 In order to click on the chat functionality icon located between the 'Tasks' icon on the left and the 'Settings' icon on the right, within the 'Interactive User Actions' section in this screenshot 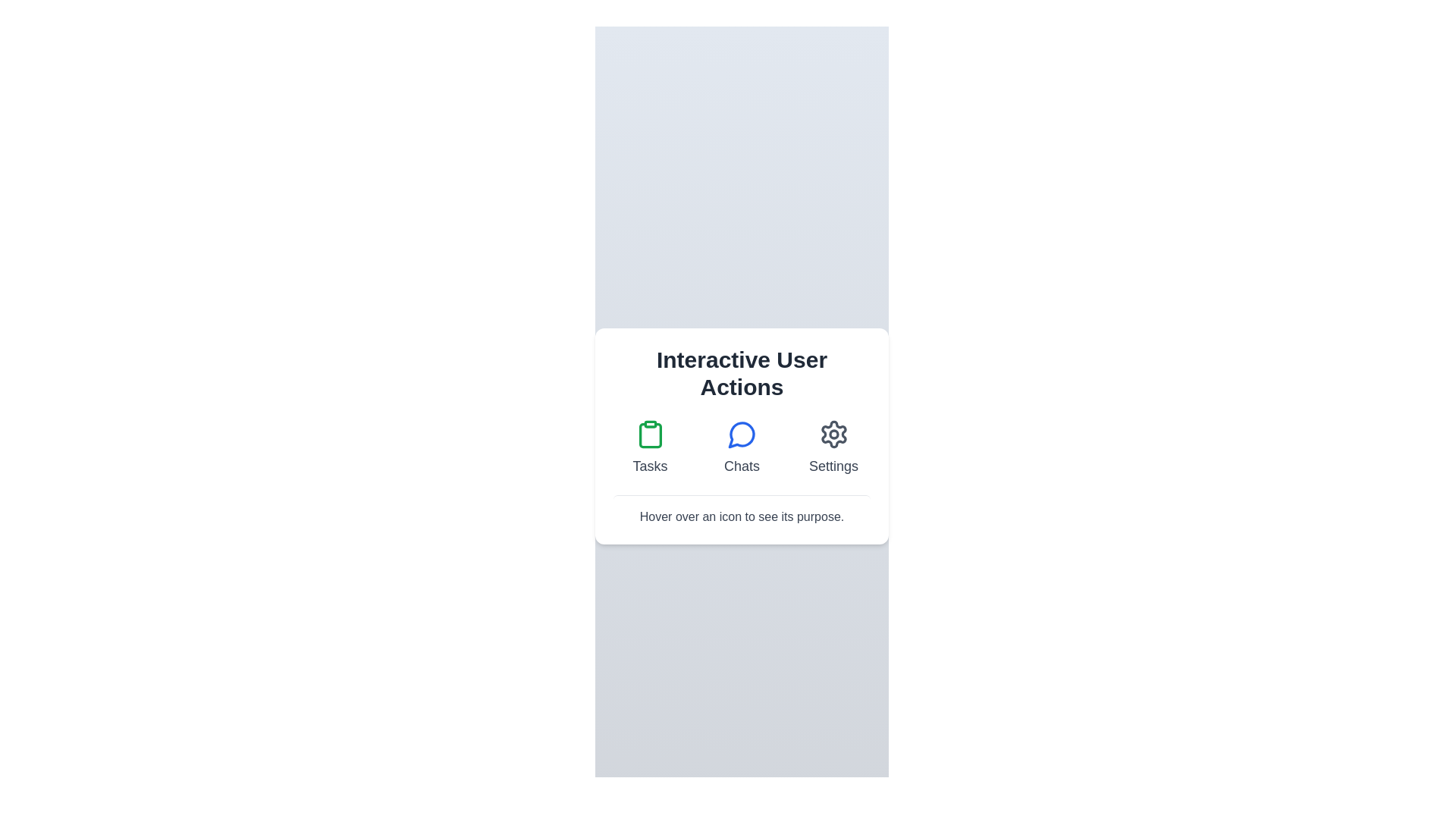, I will do `click(741, 435)`.